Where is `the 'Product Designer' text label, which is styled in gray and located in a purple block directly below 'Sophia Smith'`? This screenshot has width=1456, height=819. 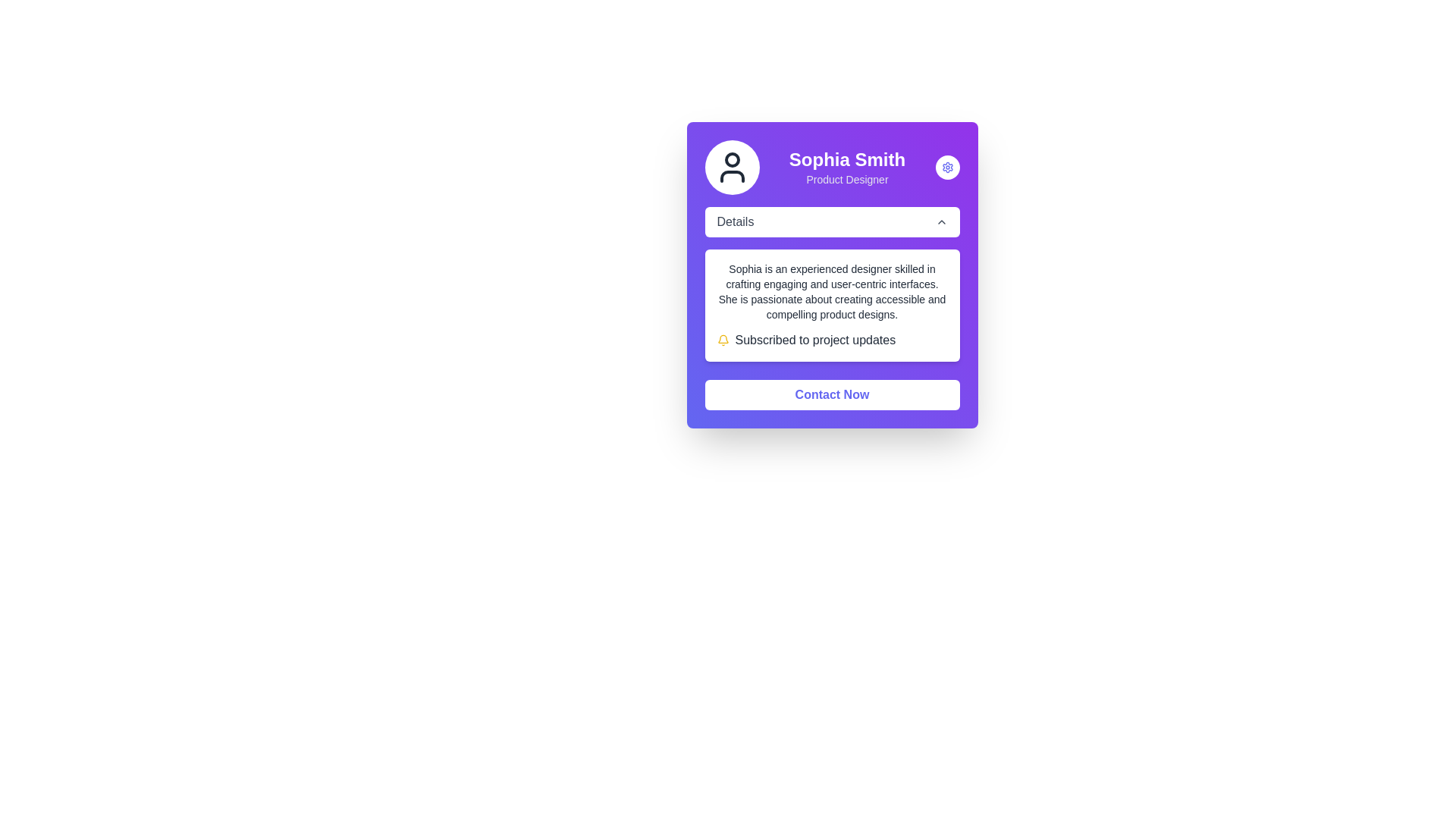
the 'Product Designer' text label, which is styled in gray and located in a purple block directly below 'Sophia Smith' is located at coordinates (846, 178).